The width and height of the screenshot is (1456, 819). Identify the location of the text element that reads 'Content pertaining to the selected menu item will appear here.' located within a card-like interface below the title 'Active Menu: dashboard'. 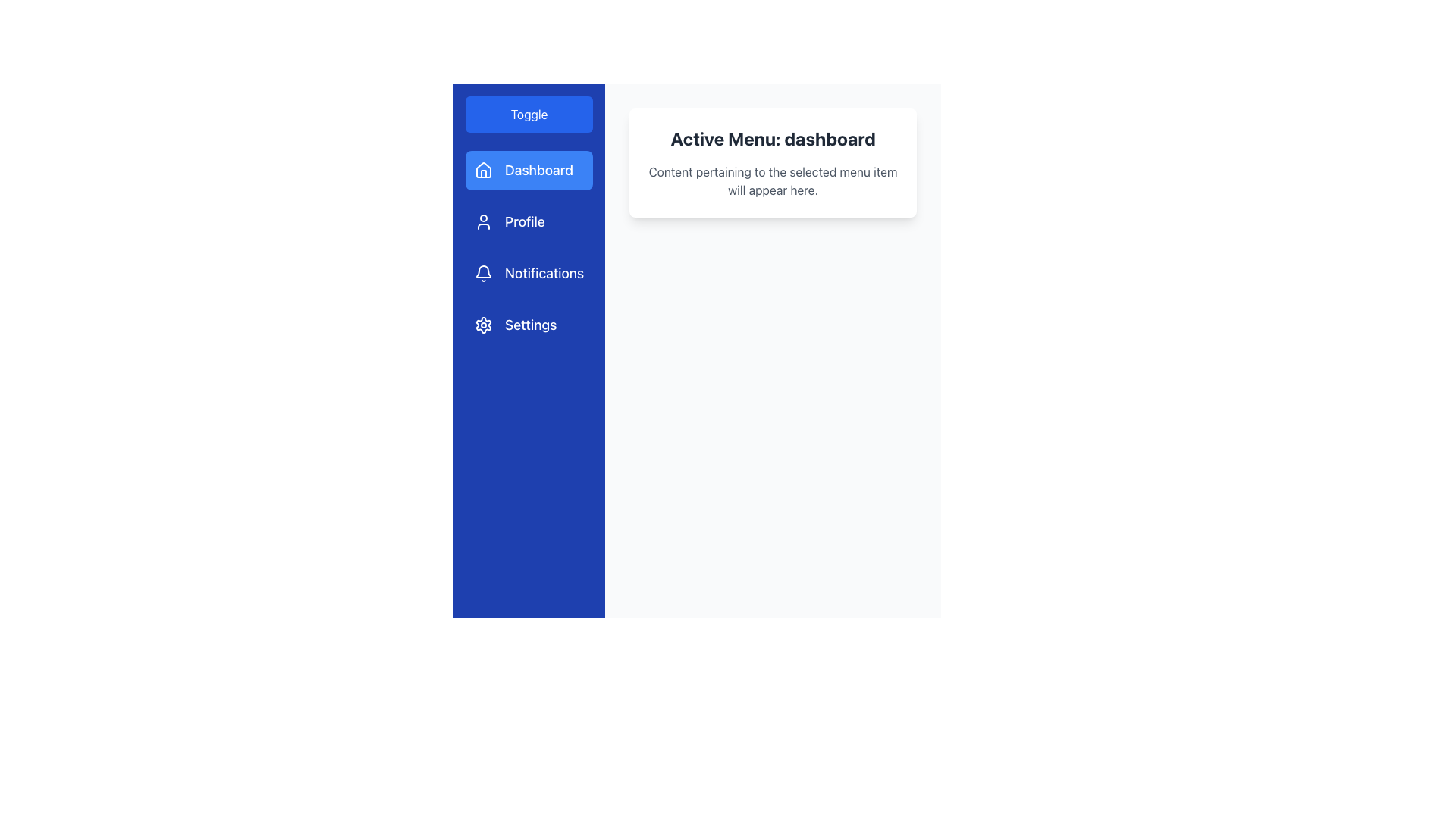
(773, 180).